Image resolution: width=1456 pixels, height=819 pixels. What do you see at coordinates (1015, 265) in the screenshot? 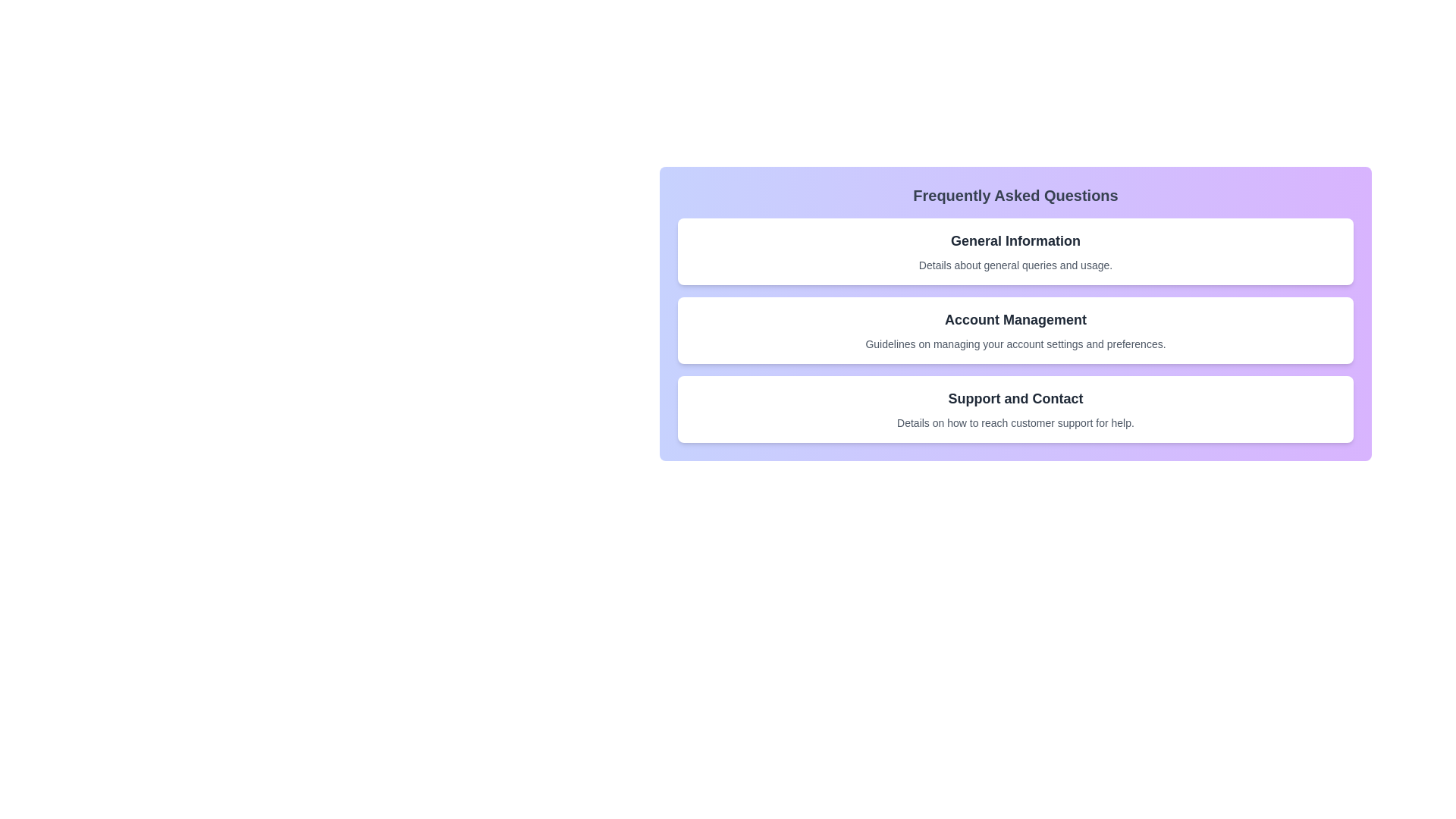
I see `the static text displaying 'Details about general queries and usage.' which is positioned below the 'General Information' title` at bounding box center [1015, 265].